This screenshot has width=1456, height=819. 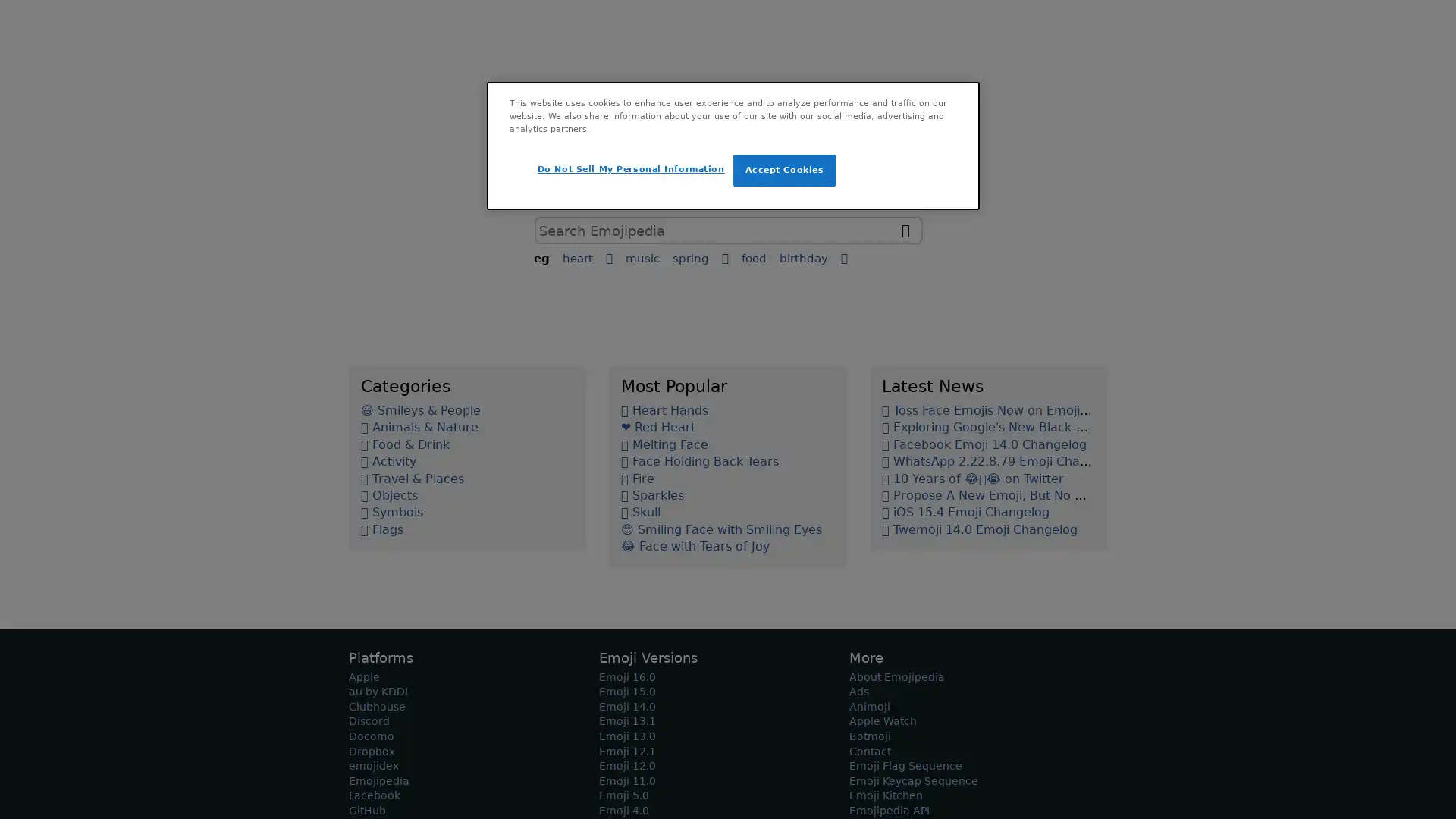 I want to click on search, so click(x=905, y=231).